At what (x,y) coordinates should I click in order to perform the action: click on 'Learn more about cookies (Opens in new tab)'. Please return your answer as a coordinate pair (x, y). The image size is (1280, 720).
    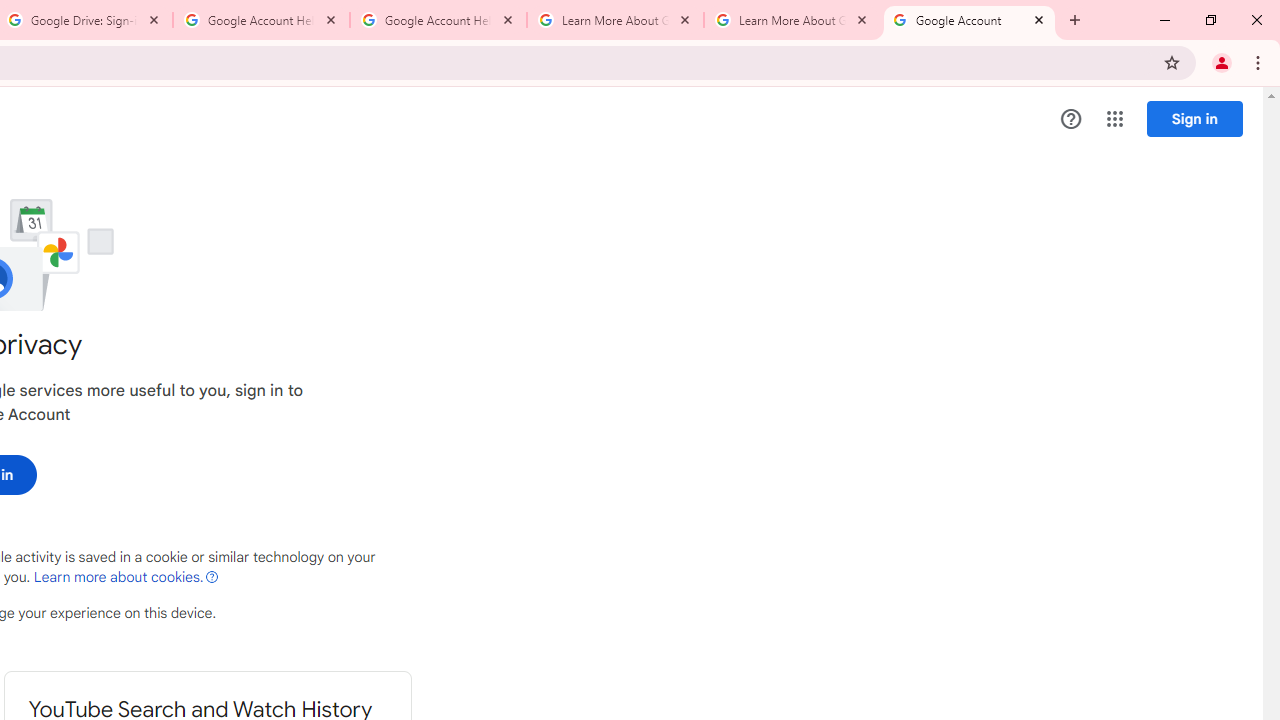
    Looking at the image, I should click on (125, 577).